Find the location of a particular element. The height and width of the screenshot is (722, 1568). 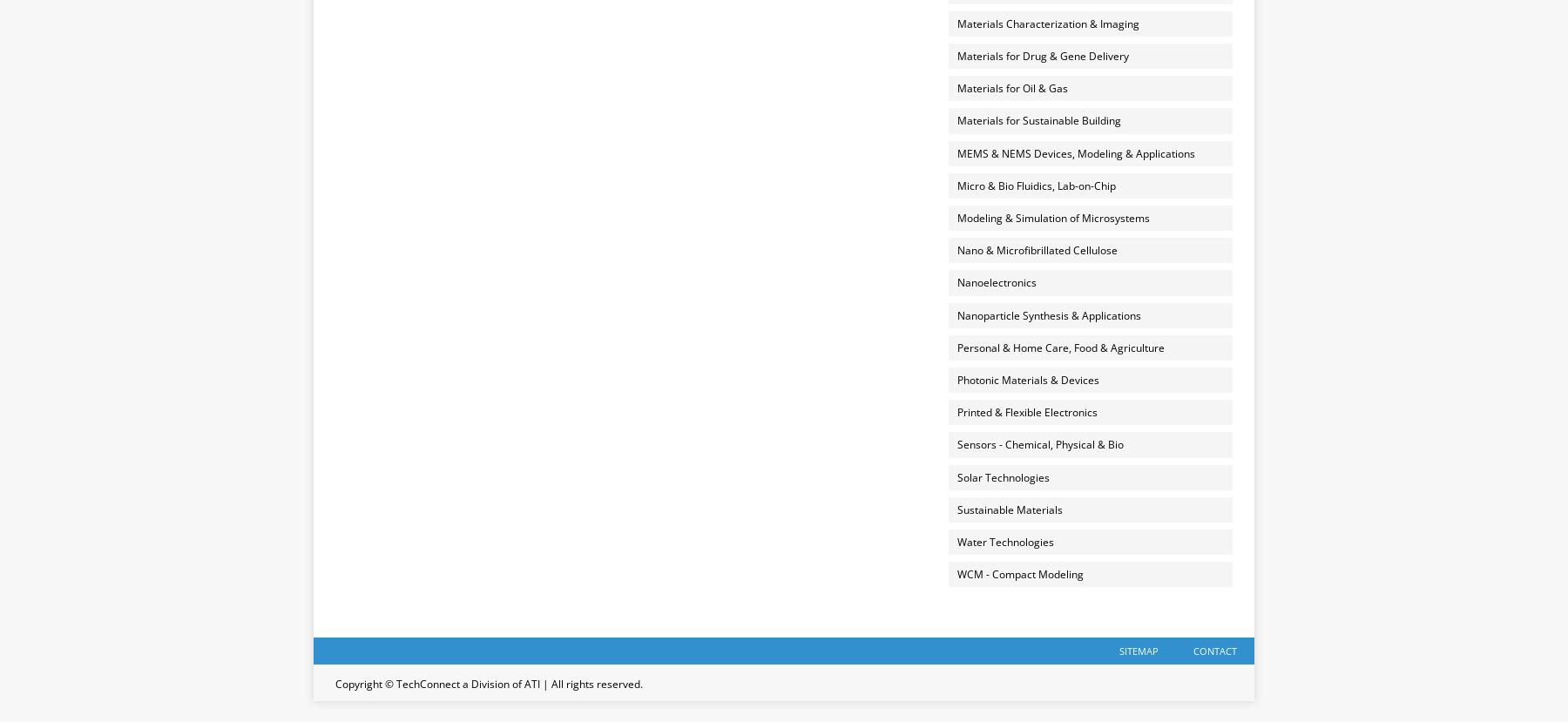

'Modeling & Simulation of Microsystems' is located at coordinates (1051, 218).